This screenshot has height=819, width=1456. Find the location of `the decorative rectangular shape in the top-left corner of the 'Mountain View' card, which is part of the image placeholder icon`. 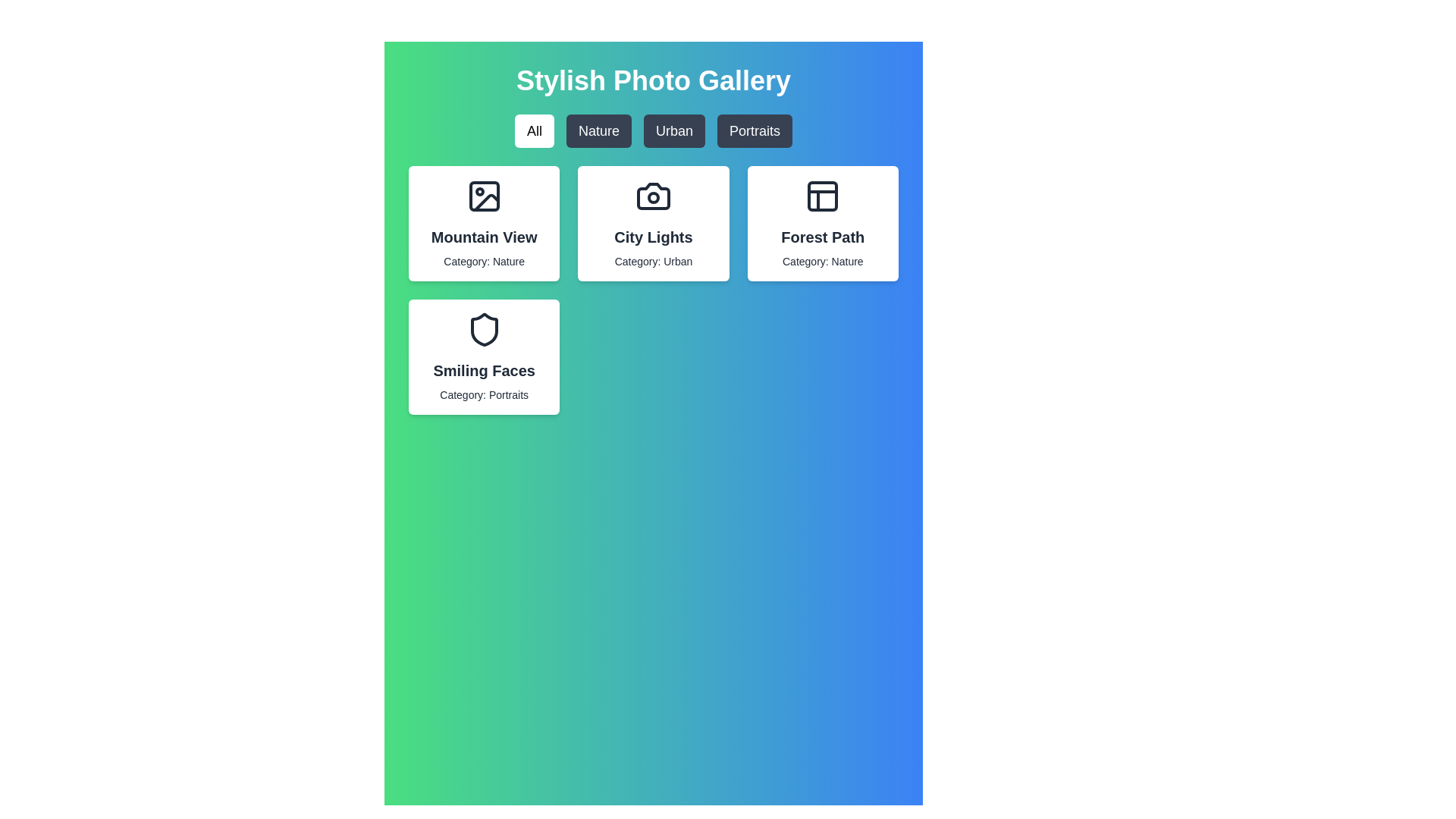

the decorative rectangular shape in the top-left corner of the 'Mountain View' card, which is part of the image placeholder icon is located at coordinates (483, 195).